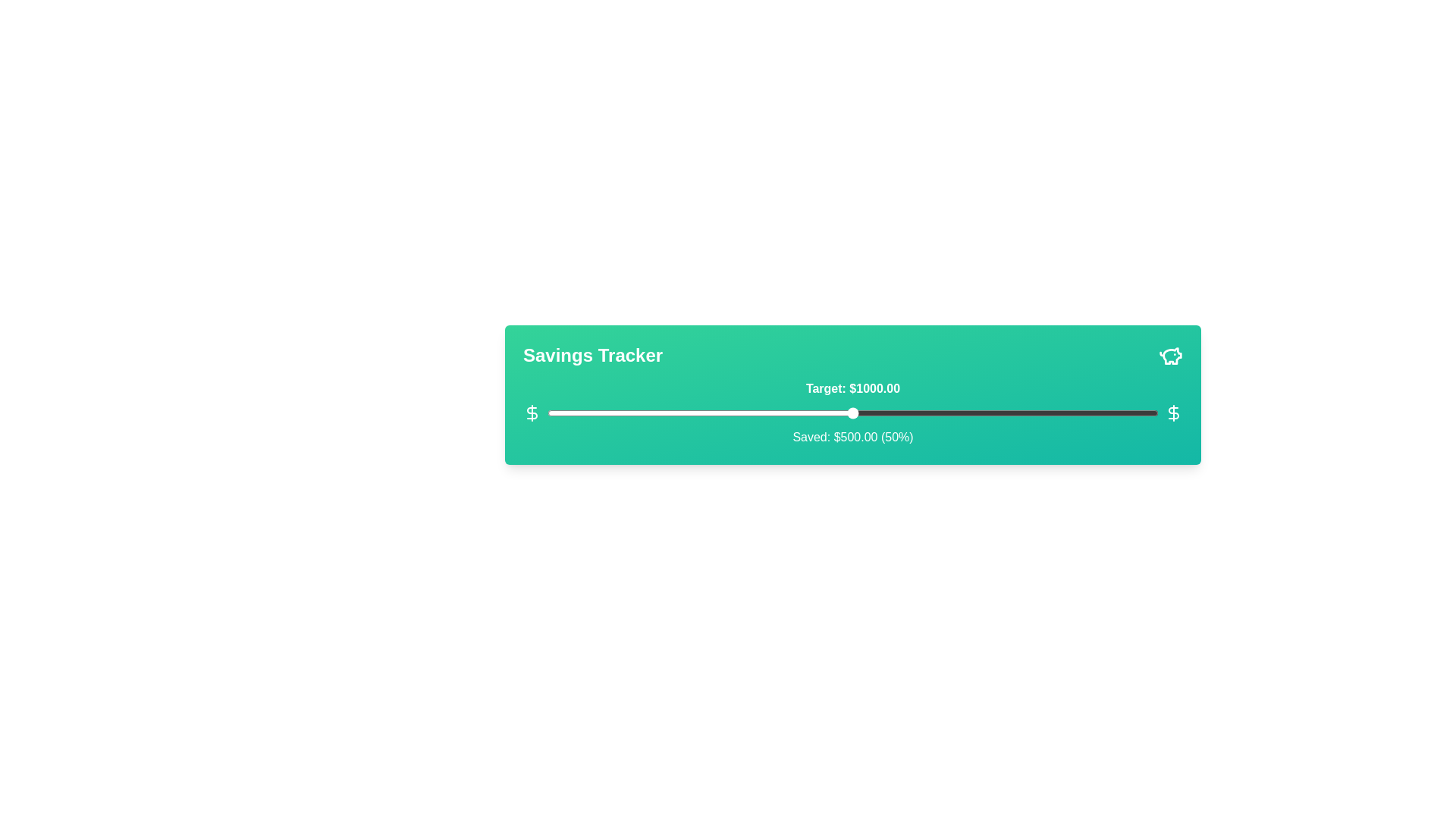  Describe the element at coordinates (943, 413) in the screenshot. I see `the savings tracker` at that location.